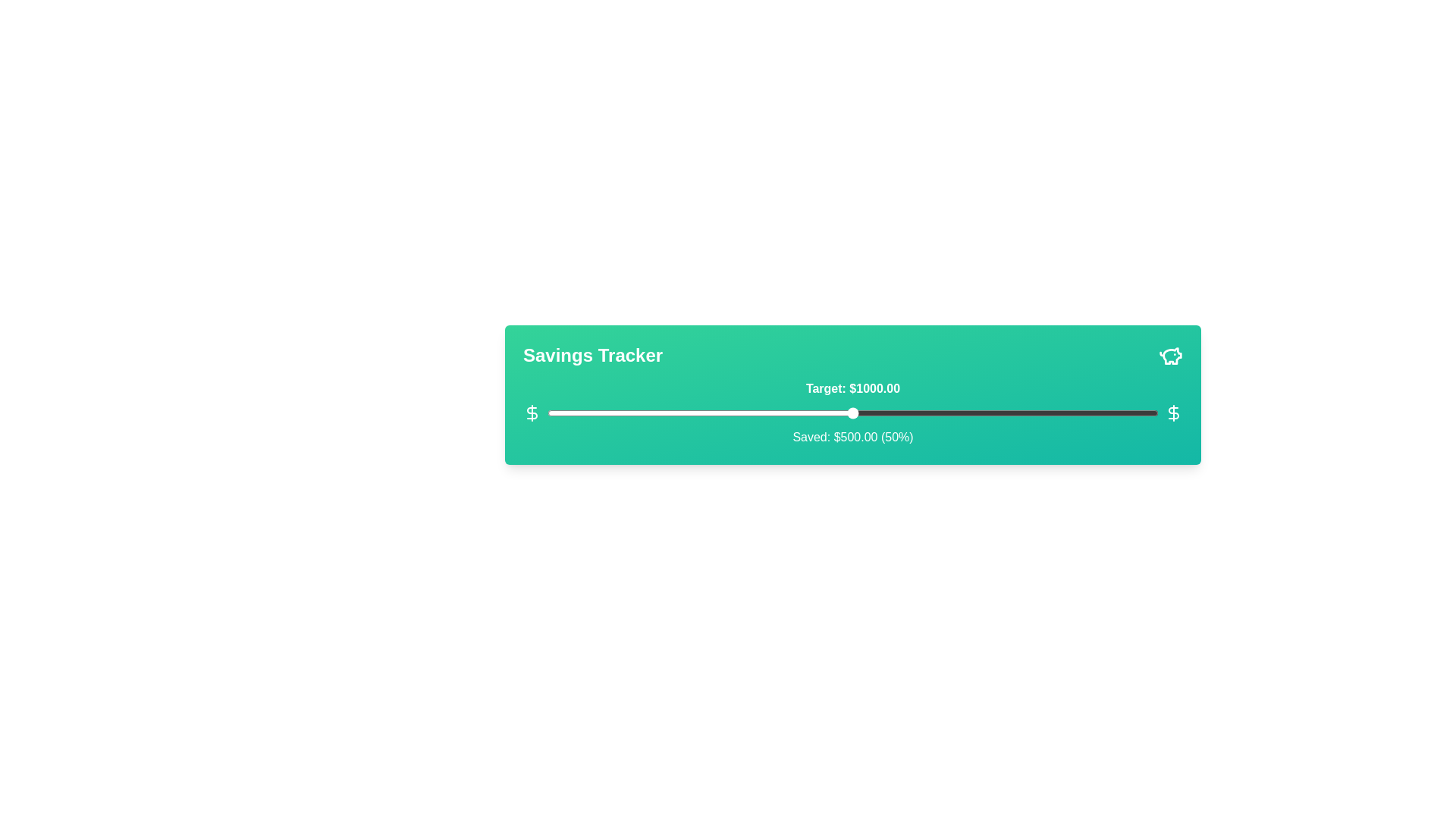  Describe the element at coordinates (943, 413) in the screenshot. I see `the savings tracker` at that location.